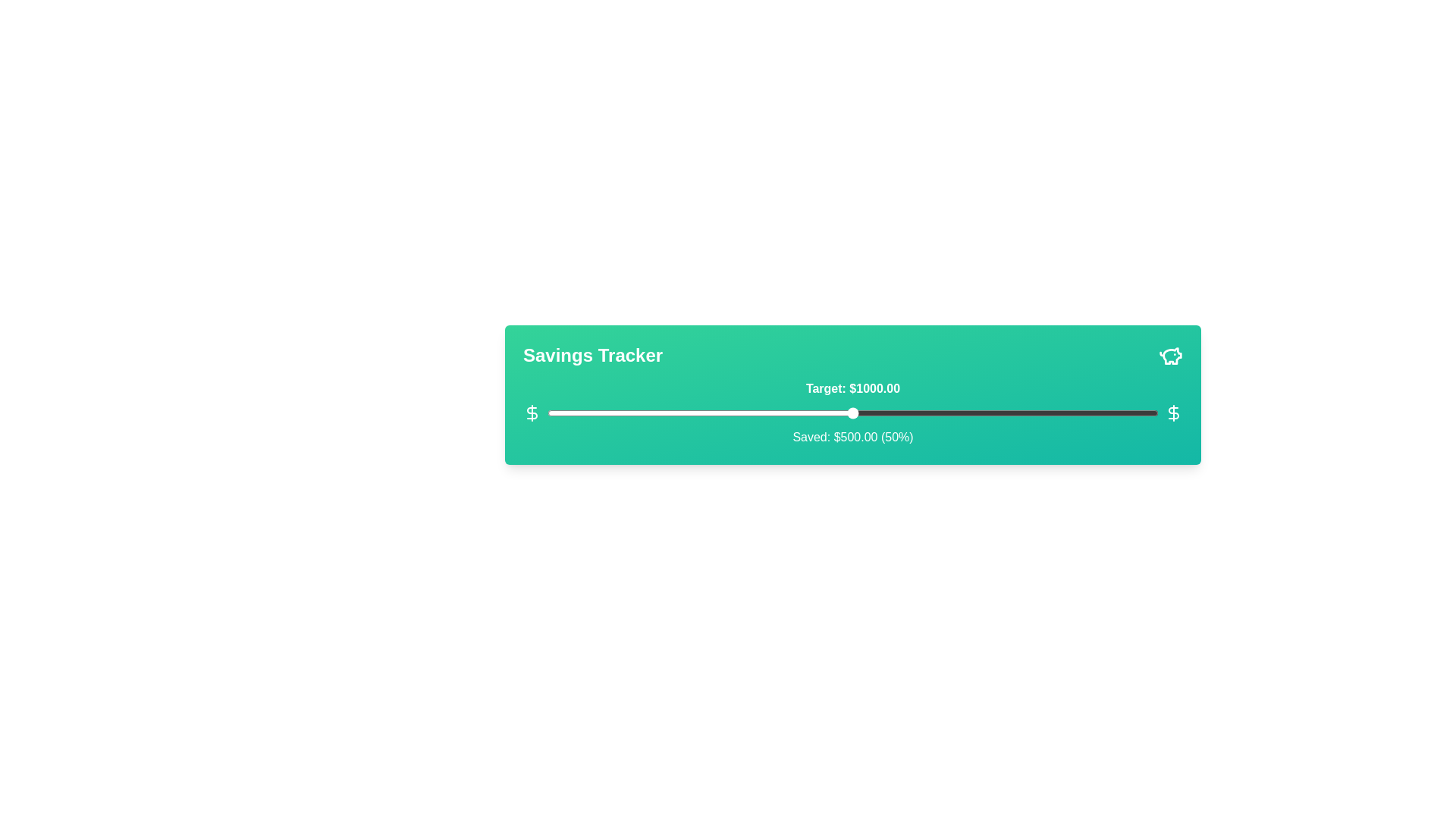  Describe the element at coordinates (943, 413) in the screenshot. I see `the savings tracker` at that location.